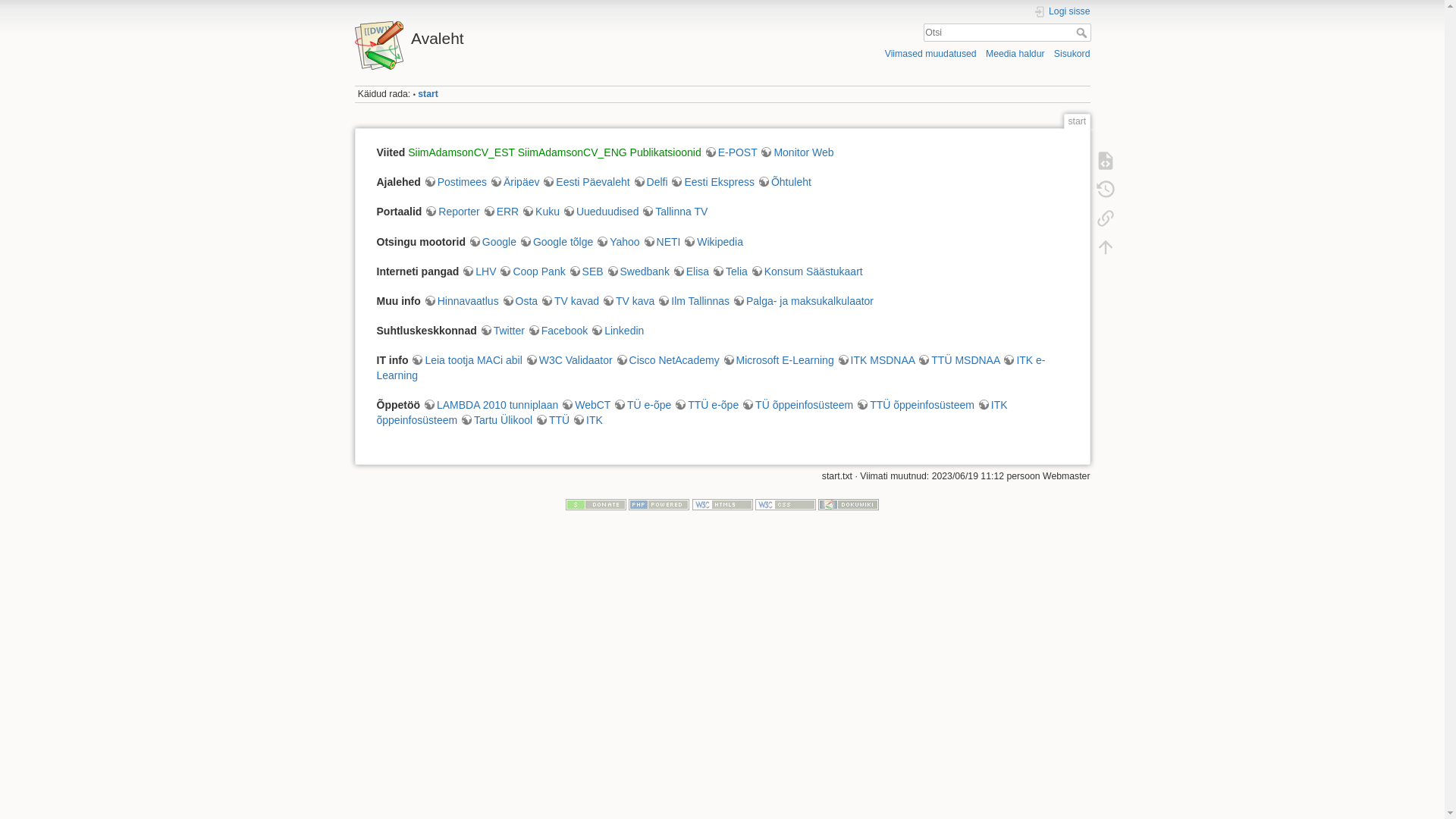 Image resolution: width=1456 pixels, height=819 pixels. I want to click on 'WebCT', so click(585, 403).